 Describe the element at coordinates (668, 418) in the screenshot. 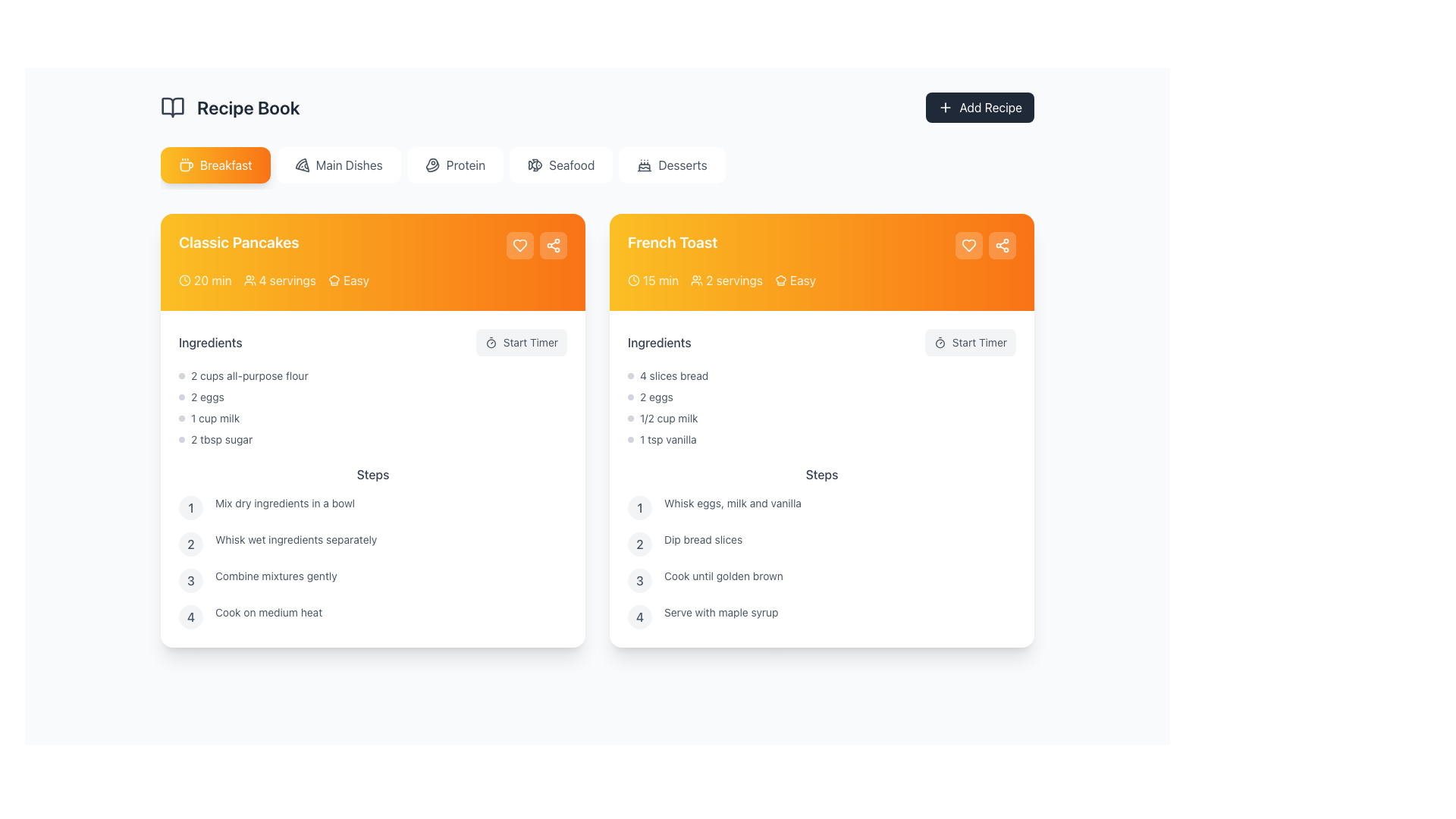

I see `the text label displaying '1/2 cup milk' in the 'Ingredients' section of the 'French Toast' recipe card, which is styled in a small, gray-colored font` at that location.